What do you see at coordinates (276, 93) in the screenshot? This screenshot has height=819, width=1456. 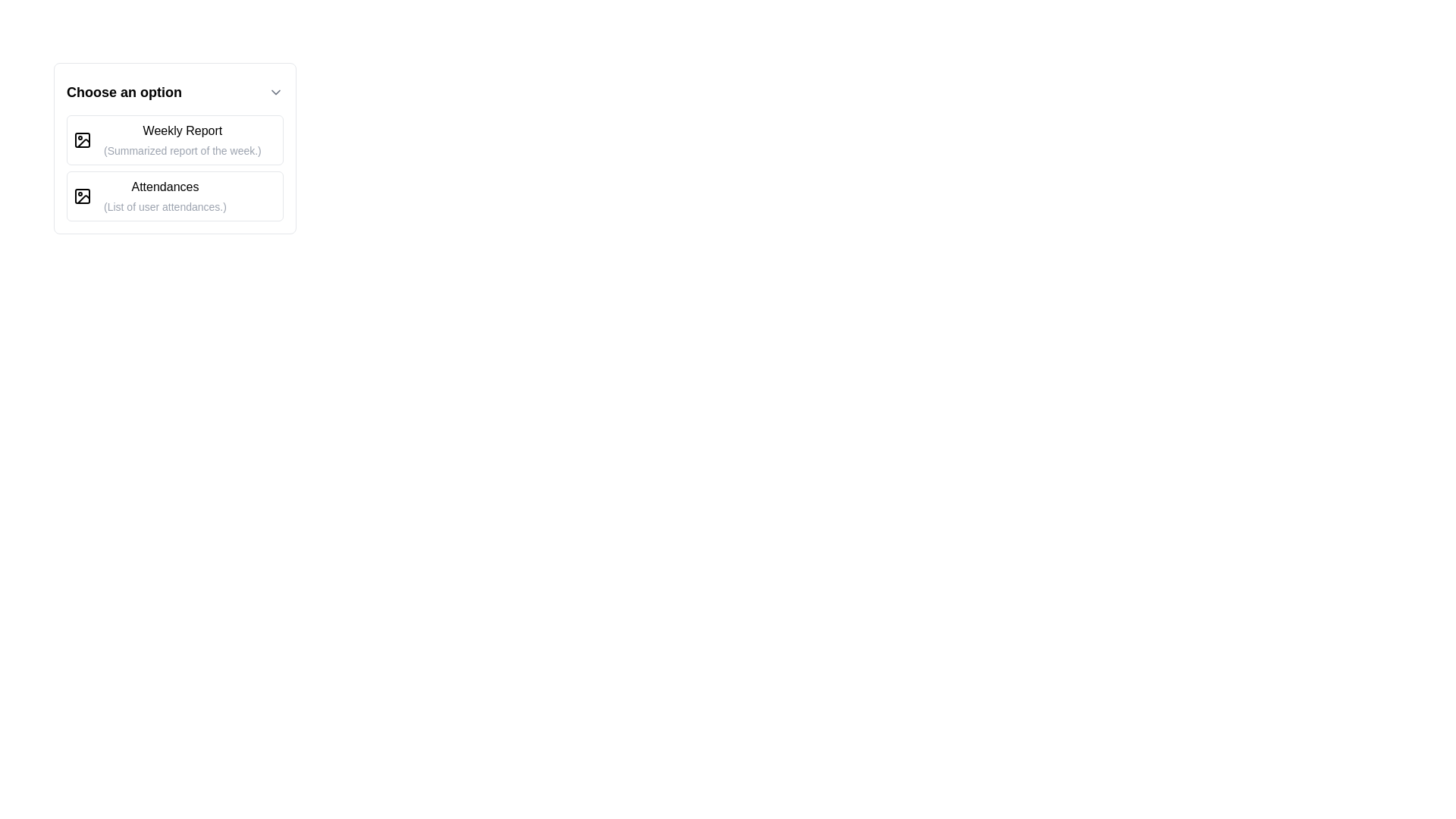 I see `the small downward-facing chevron icon located on the right side of the header labeled 'Choose an option'` at bounding box center [276, 93].